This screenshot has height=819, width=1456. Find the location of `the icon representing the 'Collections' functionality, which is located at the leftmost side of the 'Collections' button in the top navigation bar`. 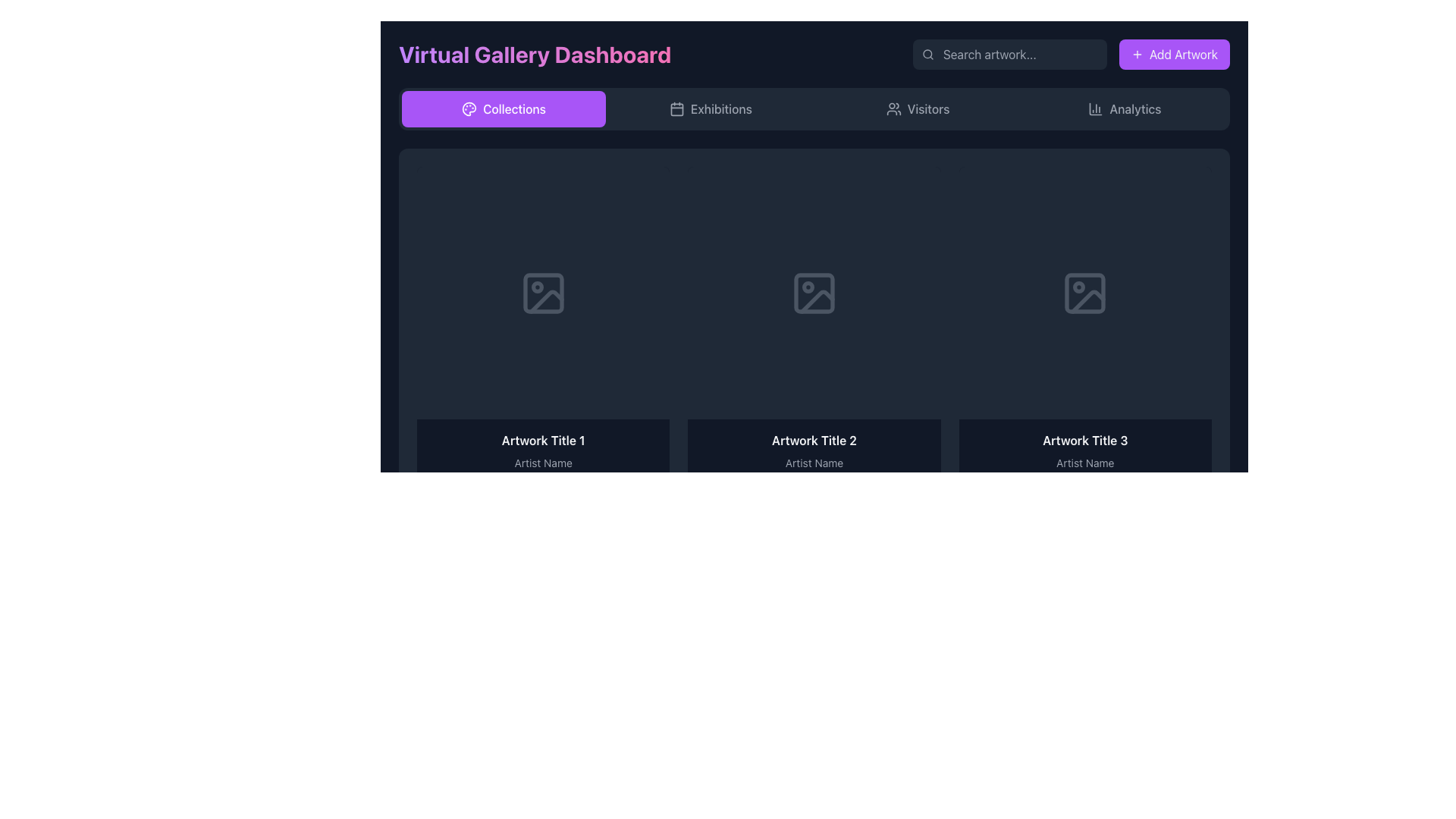

the icon representing the 'Collections' functionality, which is located at the leftmost side of the 'Collections' button in the top navigation bar is located at coordinates (469, 108).